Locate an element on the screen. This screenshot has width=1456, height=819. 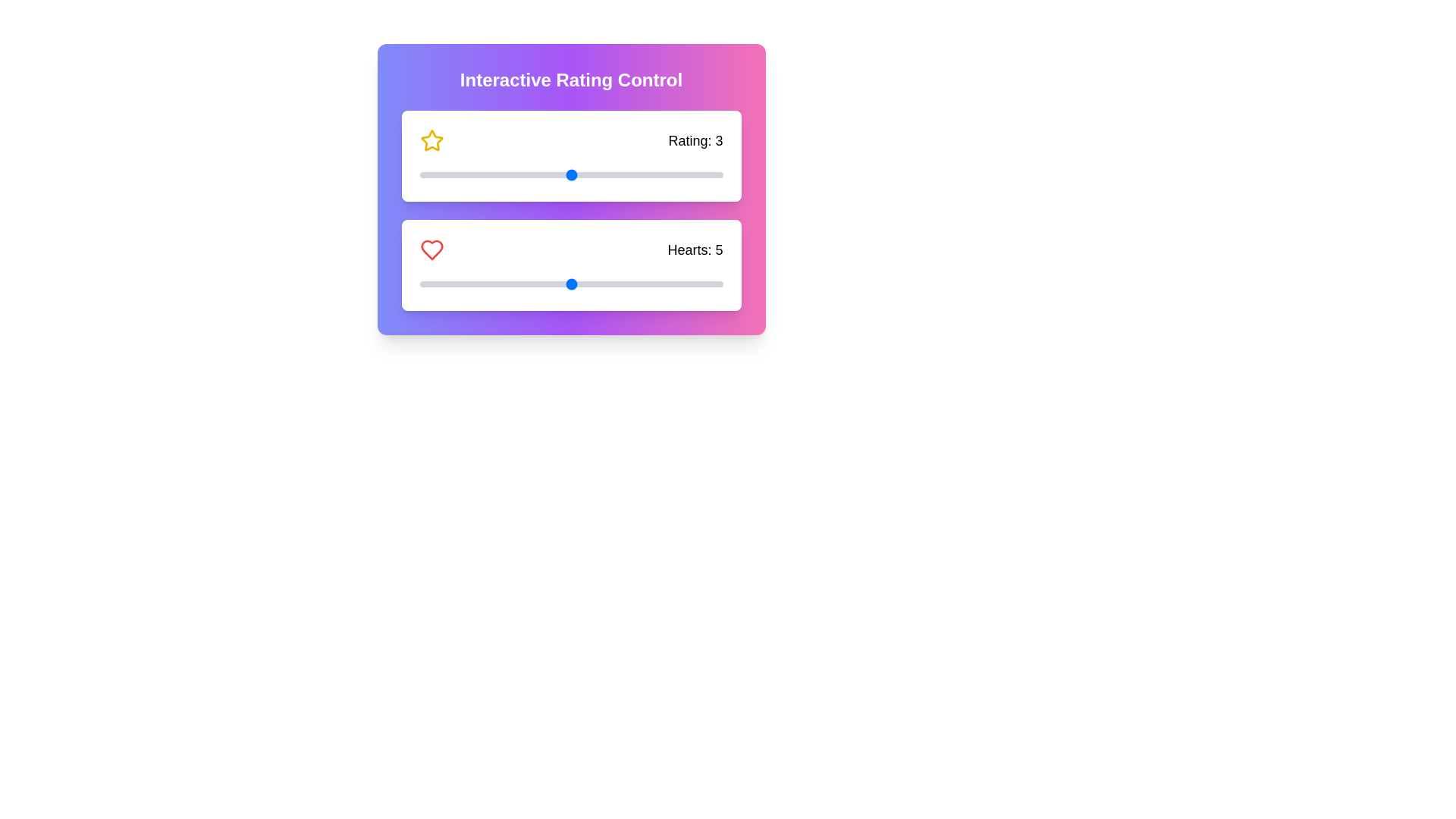
the rating slider to set the value to 2 is located at coordinates (495, 174).